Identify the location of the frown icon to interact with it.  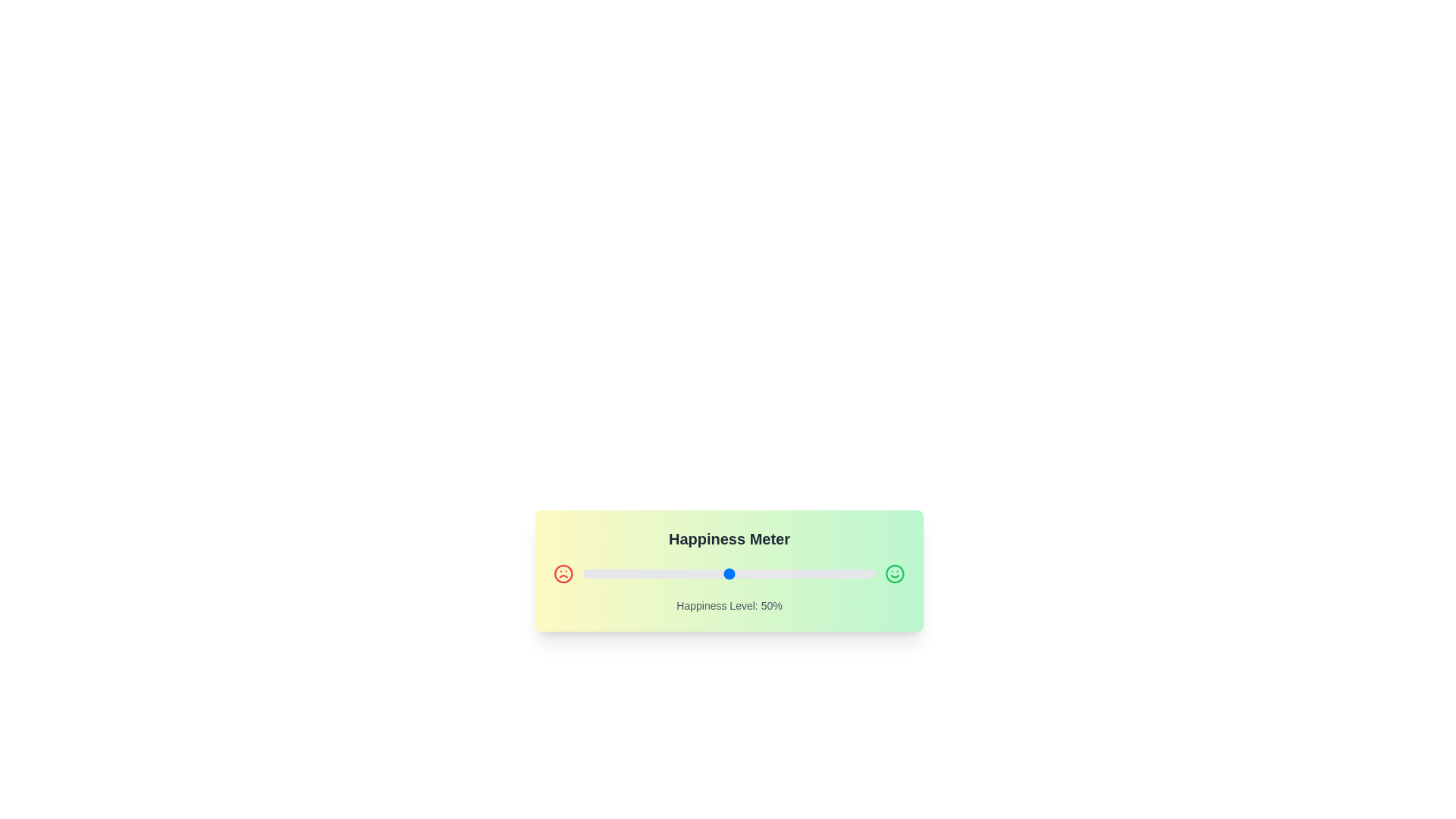
(563, 573).